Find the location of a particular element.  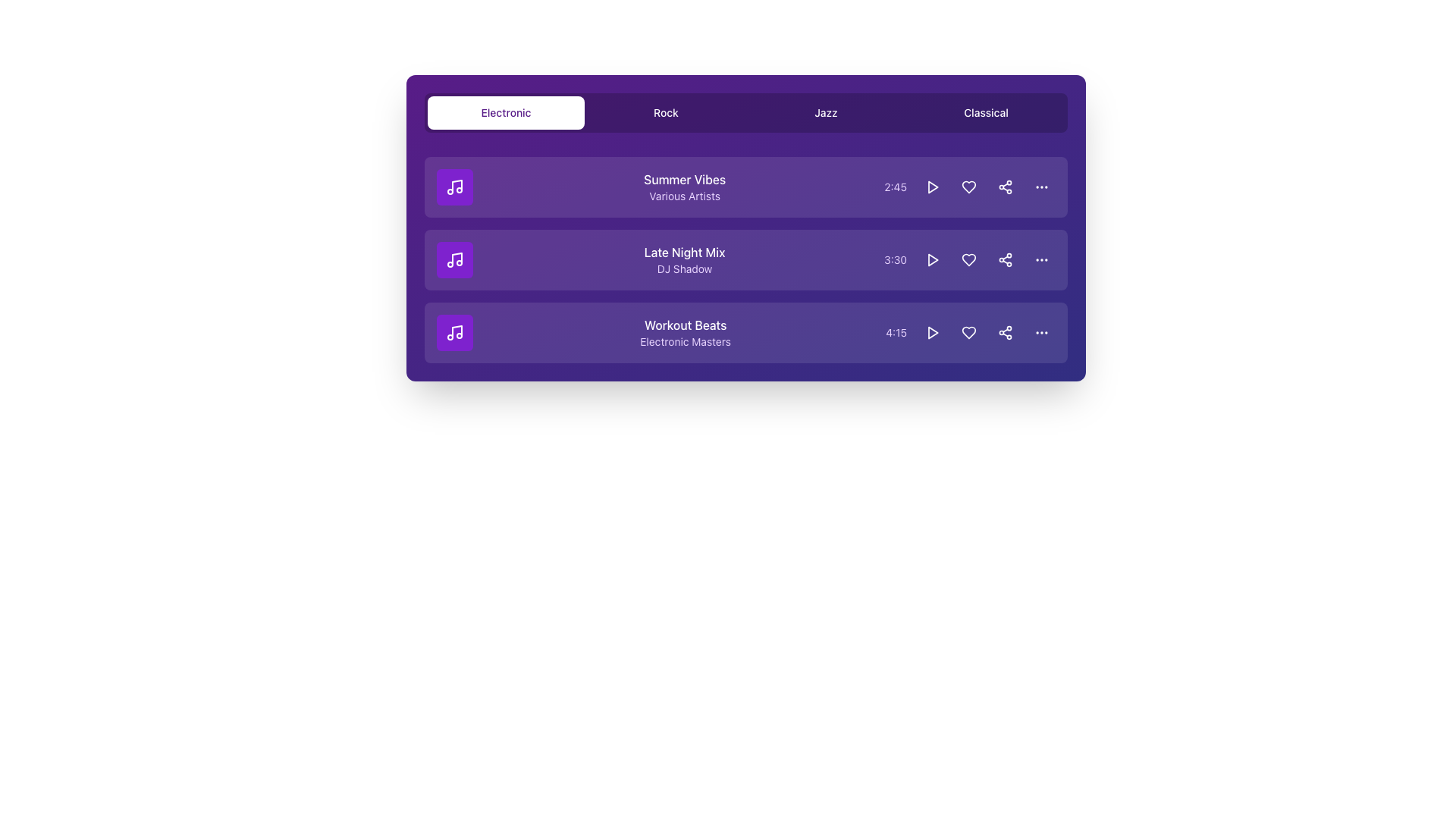

the music icon located is located at coordinates (454, 332).